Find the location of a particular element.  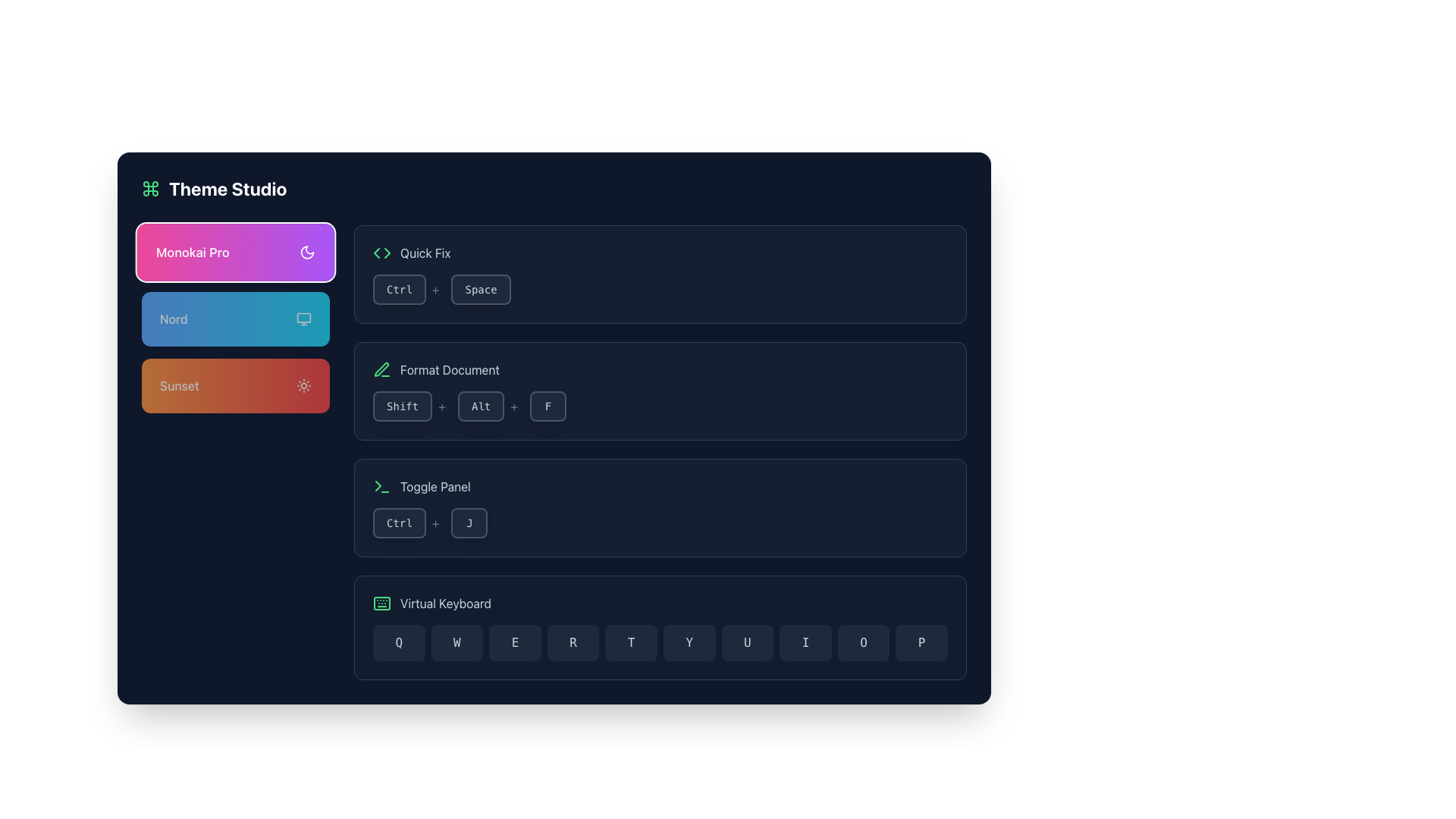

the static text label displaying 'Sunset' located in the left sidebar, which is the third item in a vertical stack and follows the 'Monokai Pro' and 'Nord' labels is located at coordinates (179, 385).